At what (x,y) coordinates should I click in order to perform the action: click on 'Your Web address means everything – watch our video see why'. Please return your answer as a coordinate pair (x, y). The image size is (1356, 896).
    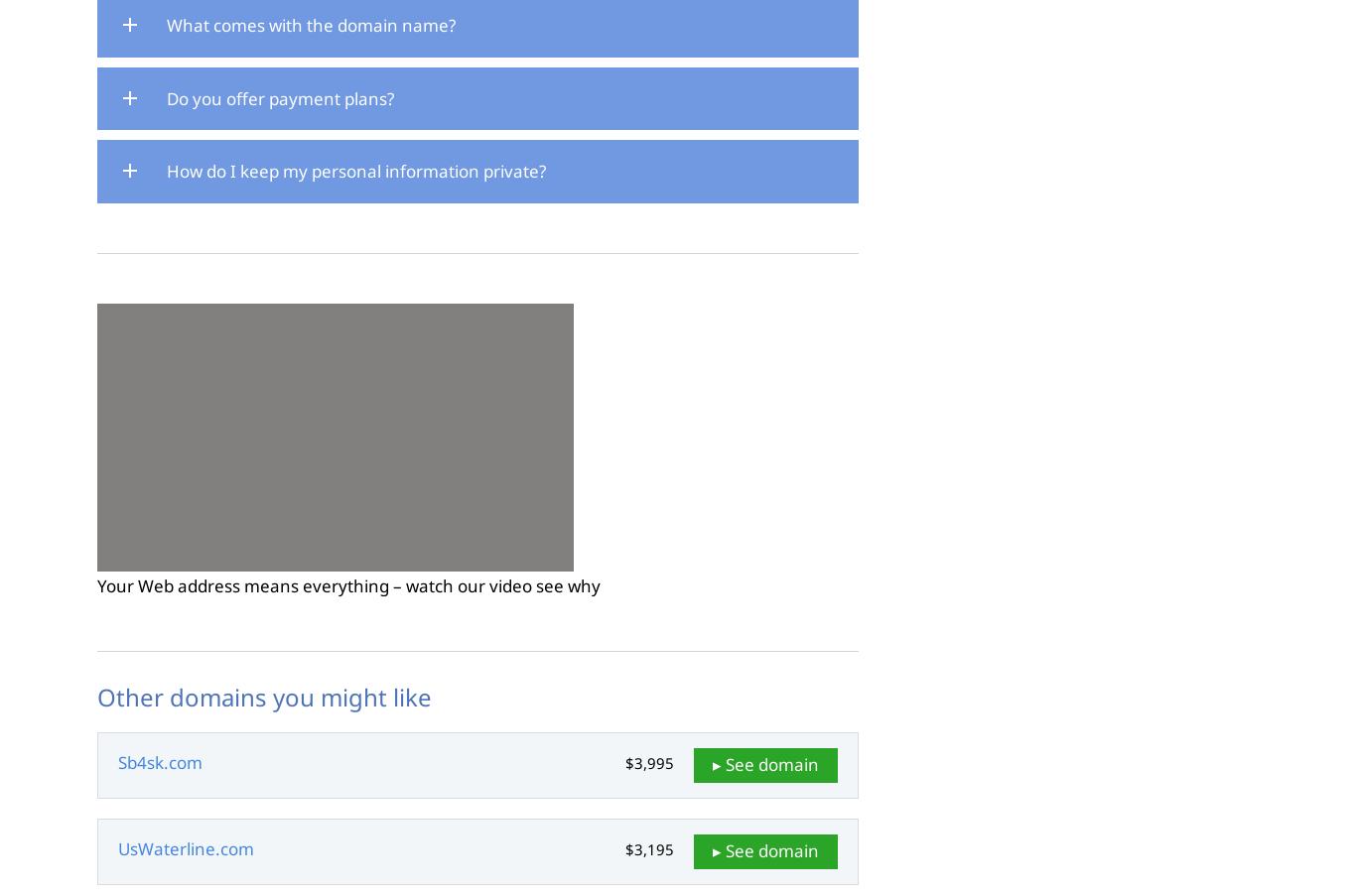
    Looking at the image, I should click on (347, 585).